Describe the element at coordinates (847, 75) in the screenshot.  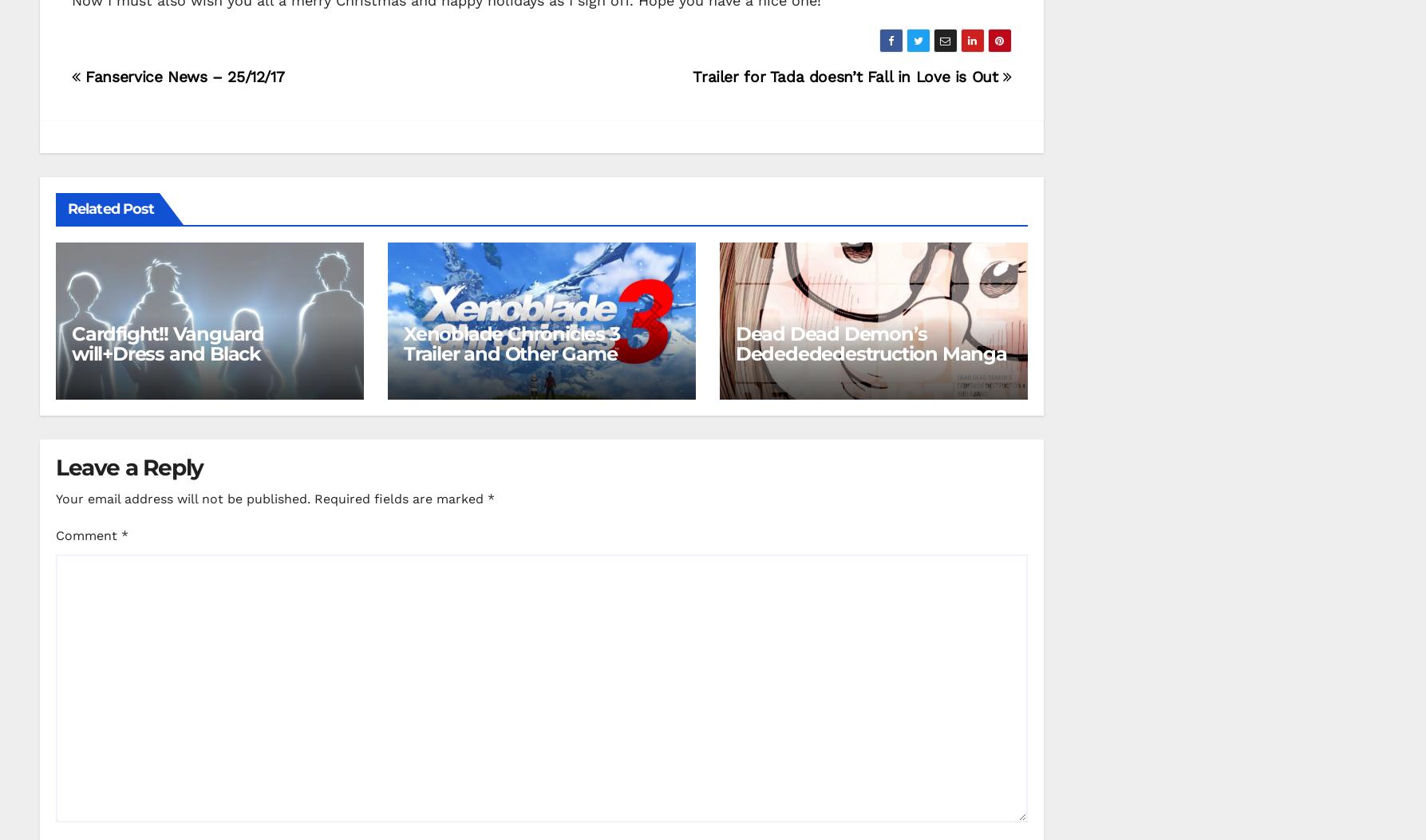
I see `'Trailer for Tada doesn’t Fall in Love is Out'` at that location.